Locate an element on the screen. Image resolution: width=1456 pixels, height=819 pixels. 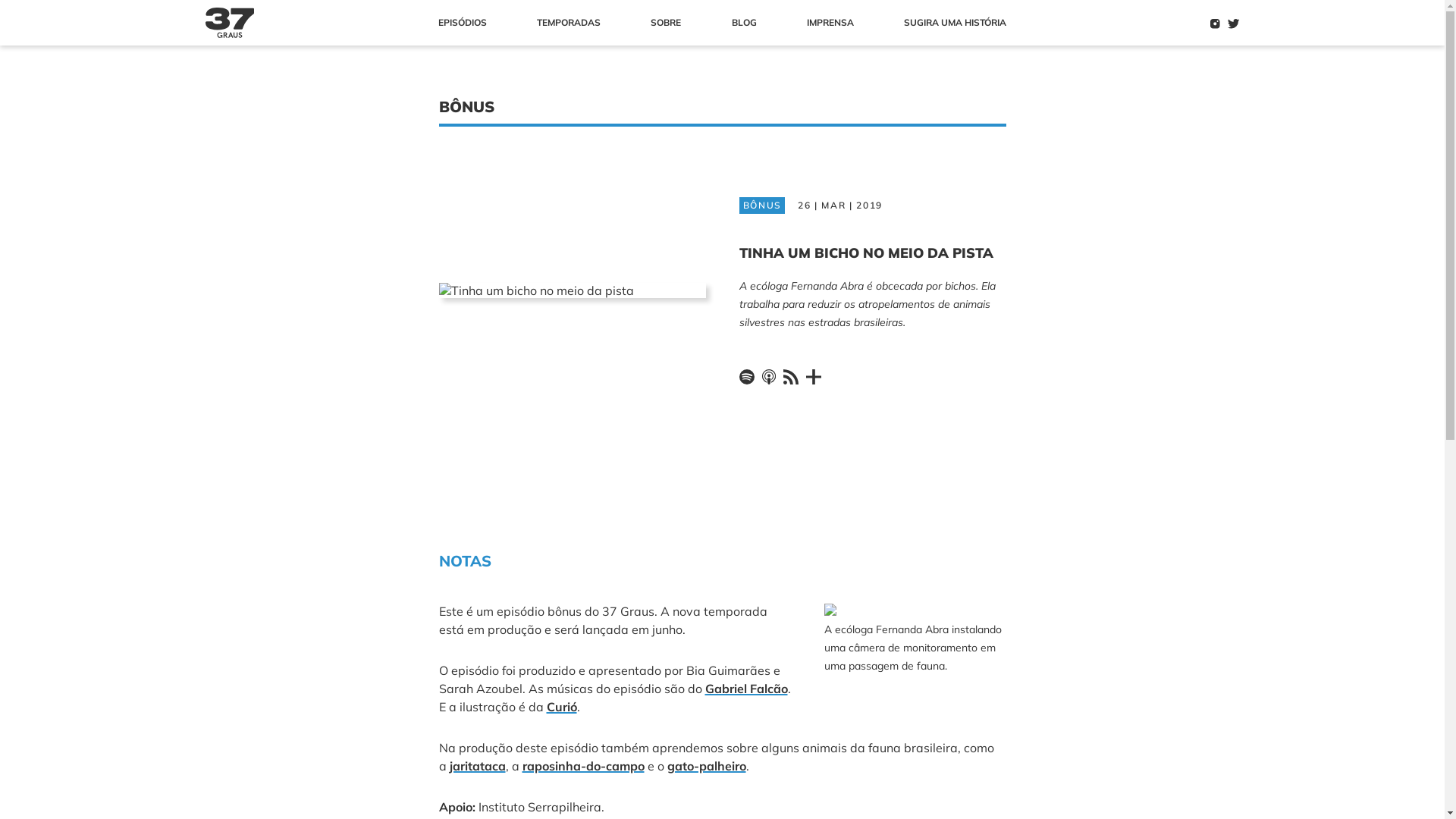
'Feed RSS' is located at coordinates (793, 375).